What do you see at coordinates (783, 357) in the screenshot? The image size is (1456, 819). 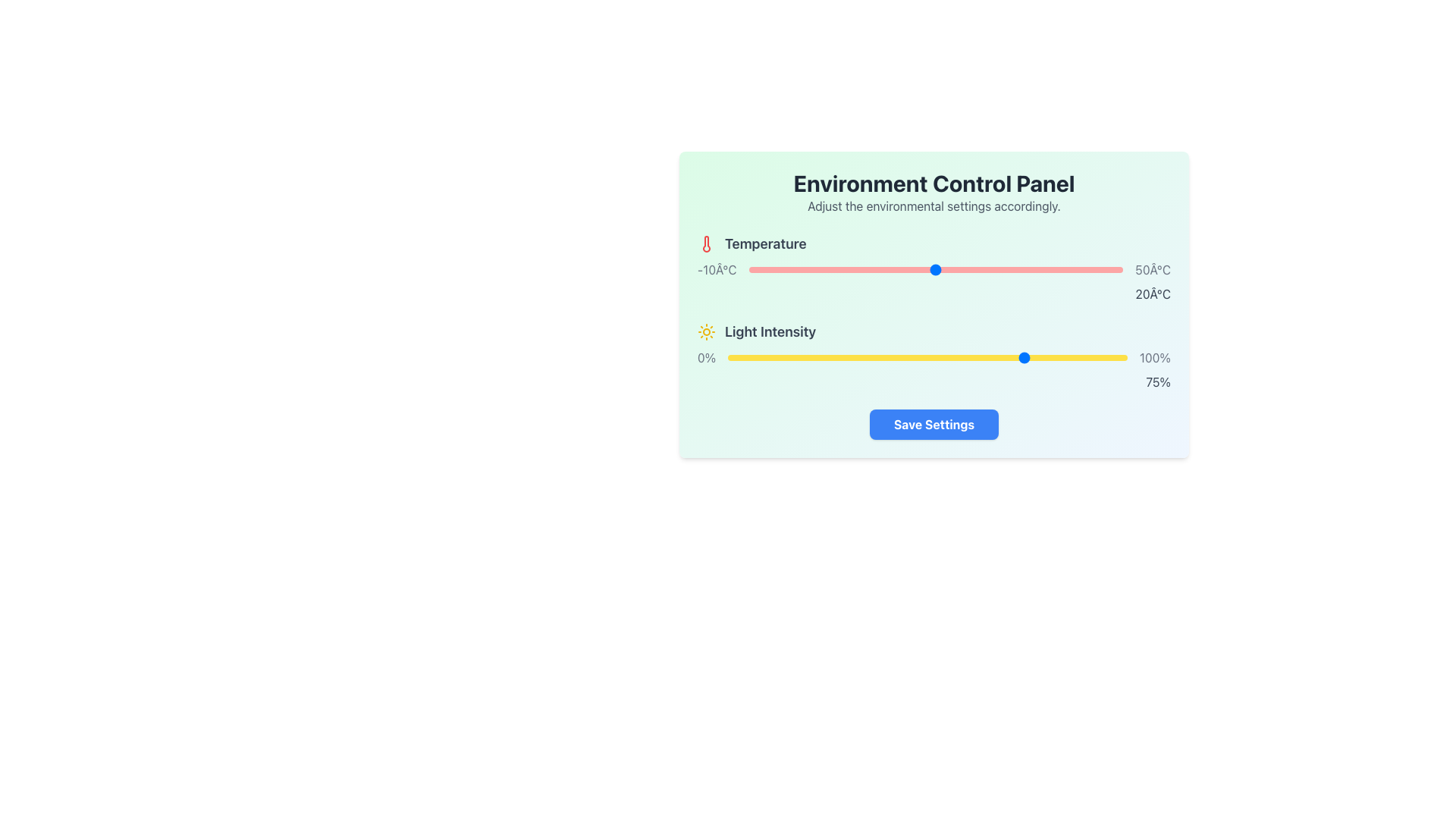 I see `light intensity` at bounding box center [783, 357].